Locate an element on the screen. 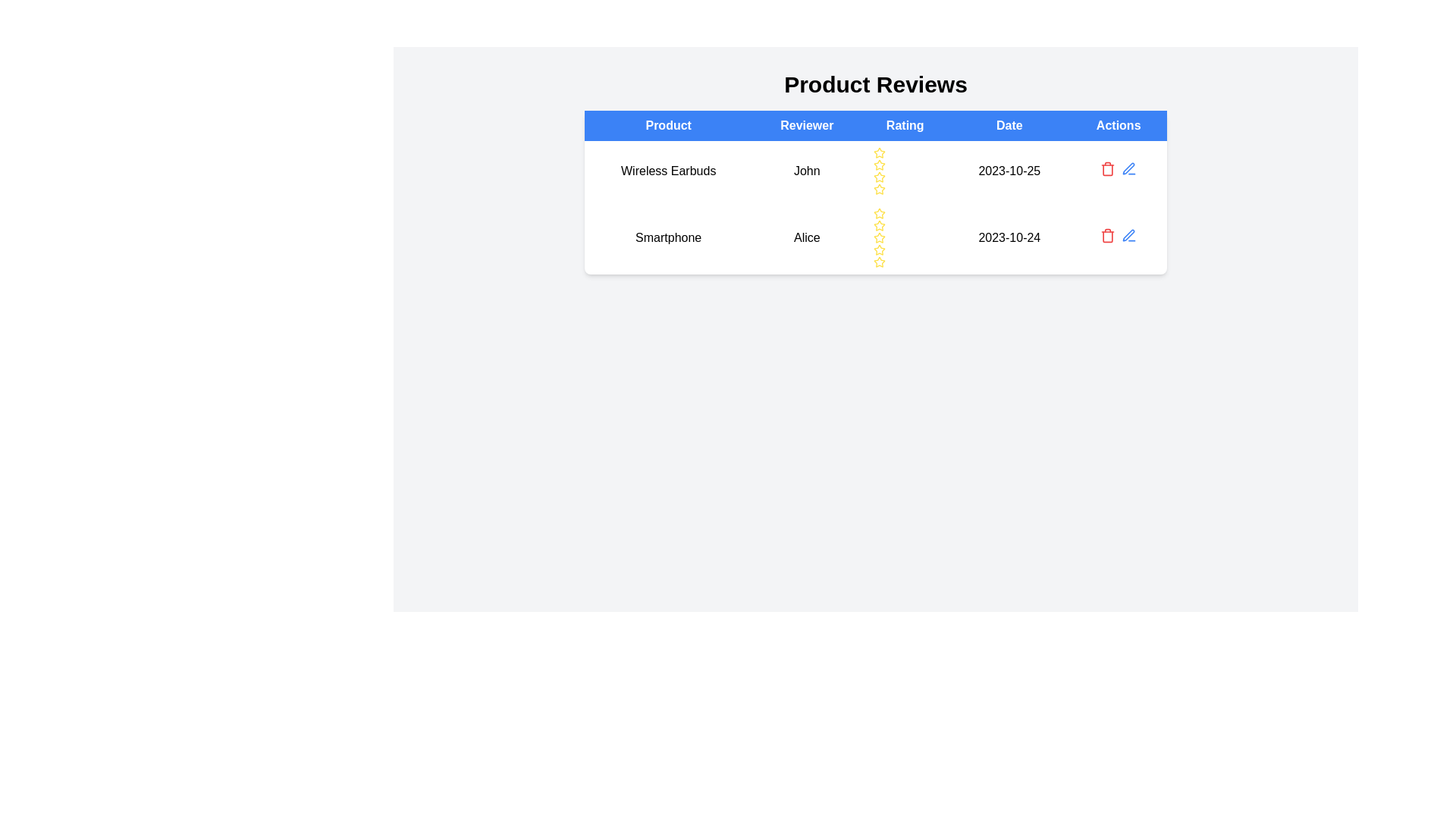 The height and width of the screenshot is (819, 1456). the 'Reviewer' header cell in the table, which is styled with a blue background and white centered text, located between the 'Product' and 'Rating' headers is located at coordinates (806, 124).